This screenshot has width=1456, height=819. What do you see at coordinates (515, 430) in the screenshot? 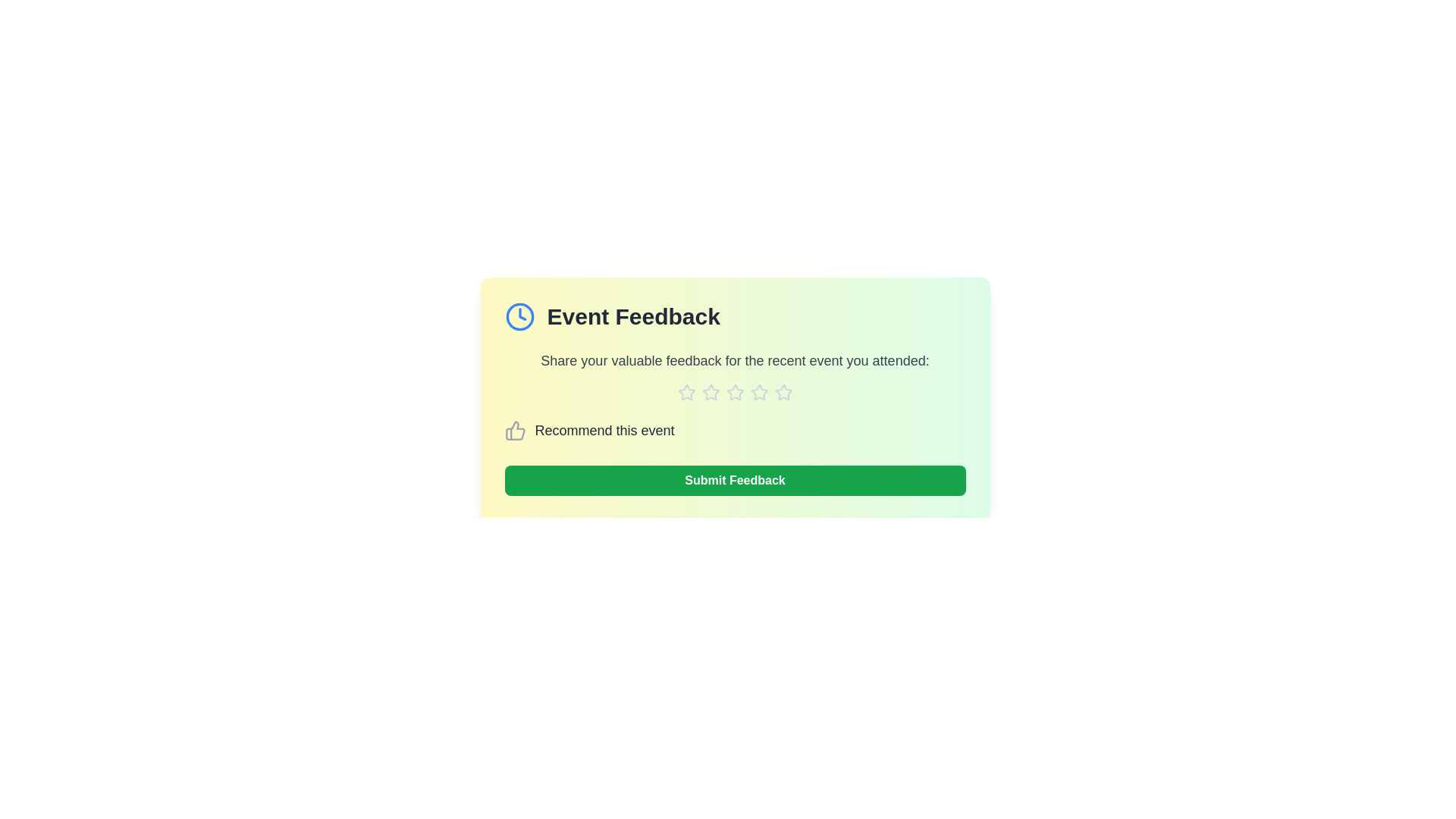
I see `the thumbs-up icon to toggle the recommendation` at bounding box center [515, 430].